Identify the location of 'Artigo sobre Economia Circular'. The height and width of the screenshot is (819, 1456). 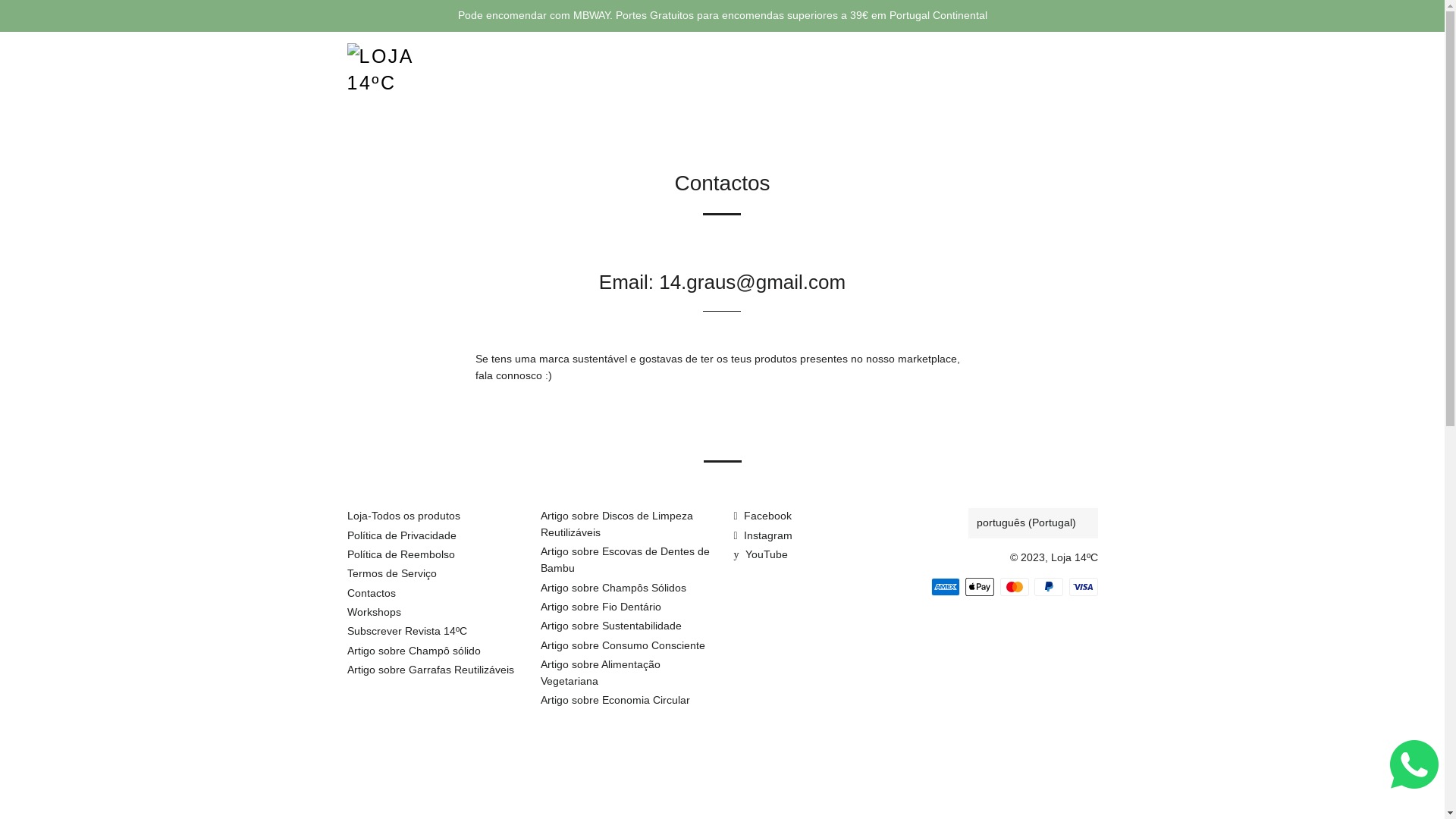
(539, 699).